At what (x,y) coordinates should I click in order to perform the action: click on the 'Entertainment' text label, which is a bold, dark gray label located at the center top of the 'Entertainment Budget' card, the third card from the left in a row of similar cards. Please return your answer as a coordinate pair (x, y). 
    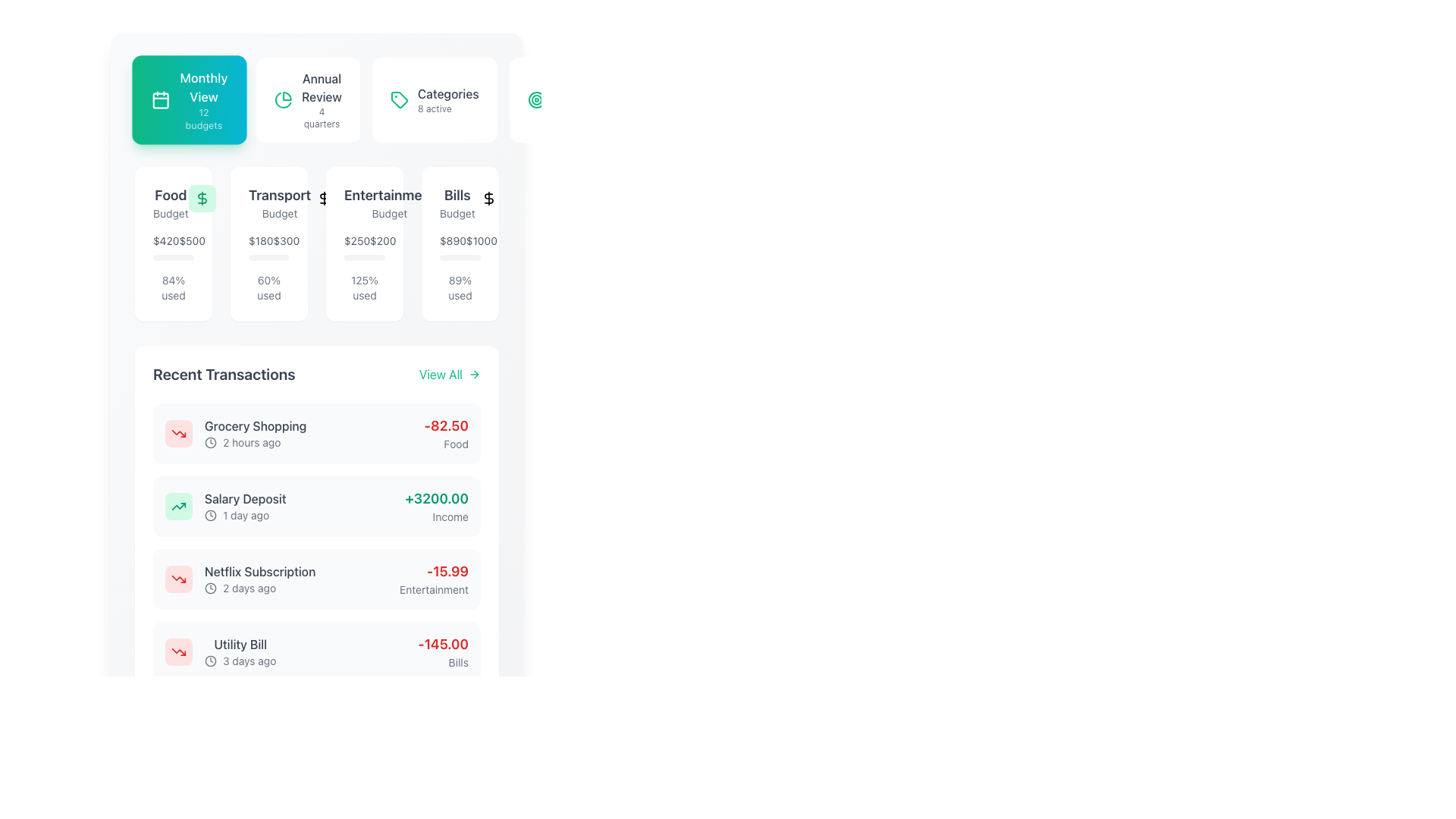
    Looking at the image, I should click on (389, 195).